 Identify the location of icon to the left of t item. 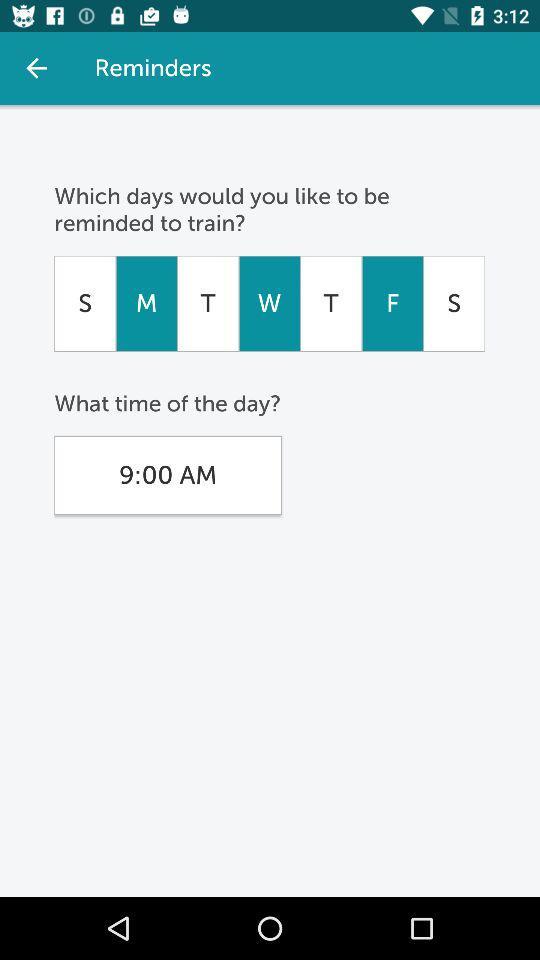
(145, 303).